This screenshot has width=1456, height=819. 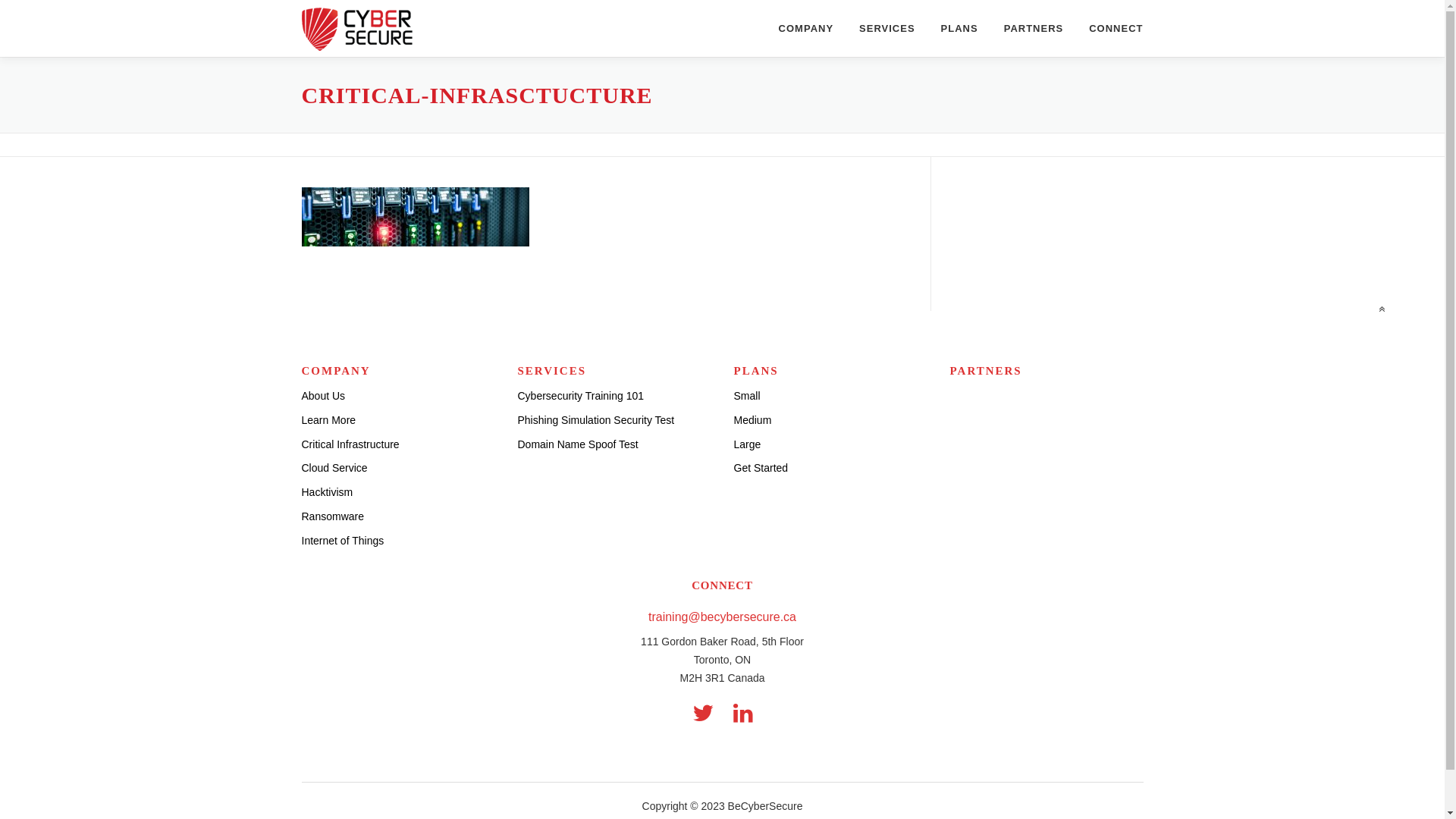 What do you see at coordinates (734, 467) in the screenshot?
I see `'Get Started'` at bounding box center [734, 467].